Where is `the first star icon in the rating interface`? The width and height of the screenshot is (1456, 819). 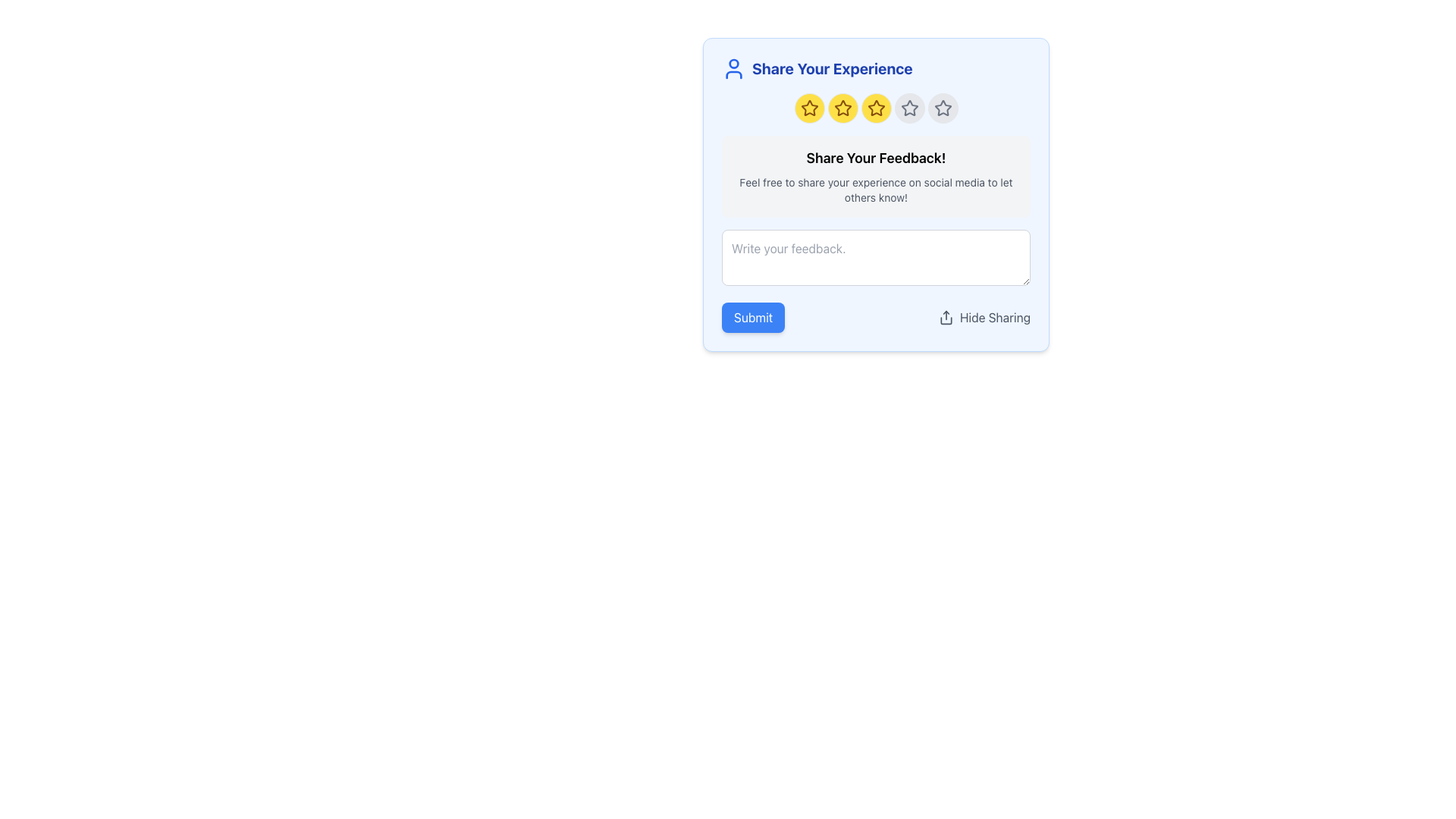 the first star icon in the rating interface is located at coordinates (808, 107).